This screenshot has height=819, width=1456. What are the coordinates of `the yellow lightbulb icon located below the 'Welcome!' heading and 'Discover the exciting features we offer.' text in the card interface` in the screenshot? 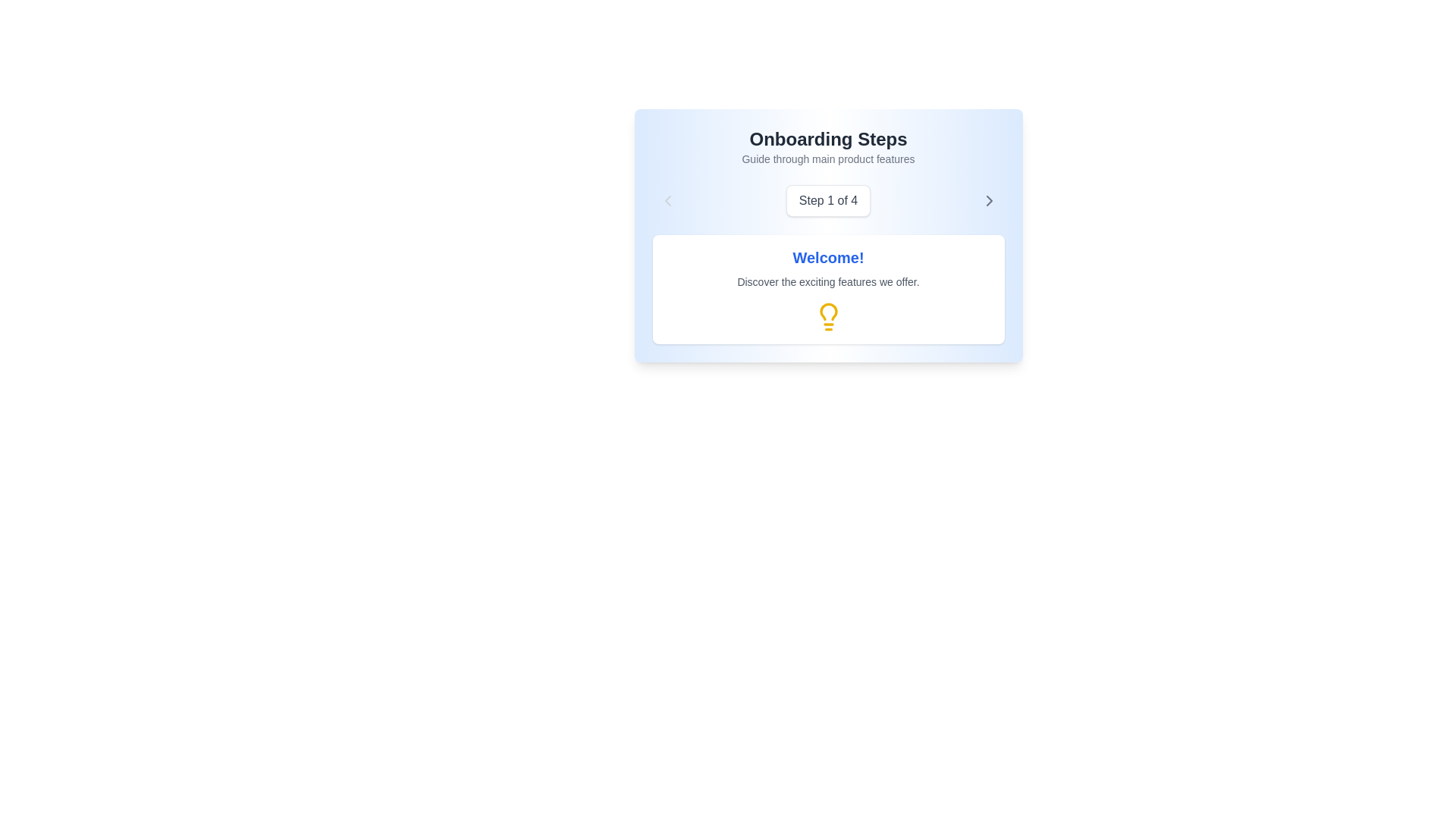 It's located at (827, 315).